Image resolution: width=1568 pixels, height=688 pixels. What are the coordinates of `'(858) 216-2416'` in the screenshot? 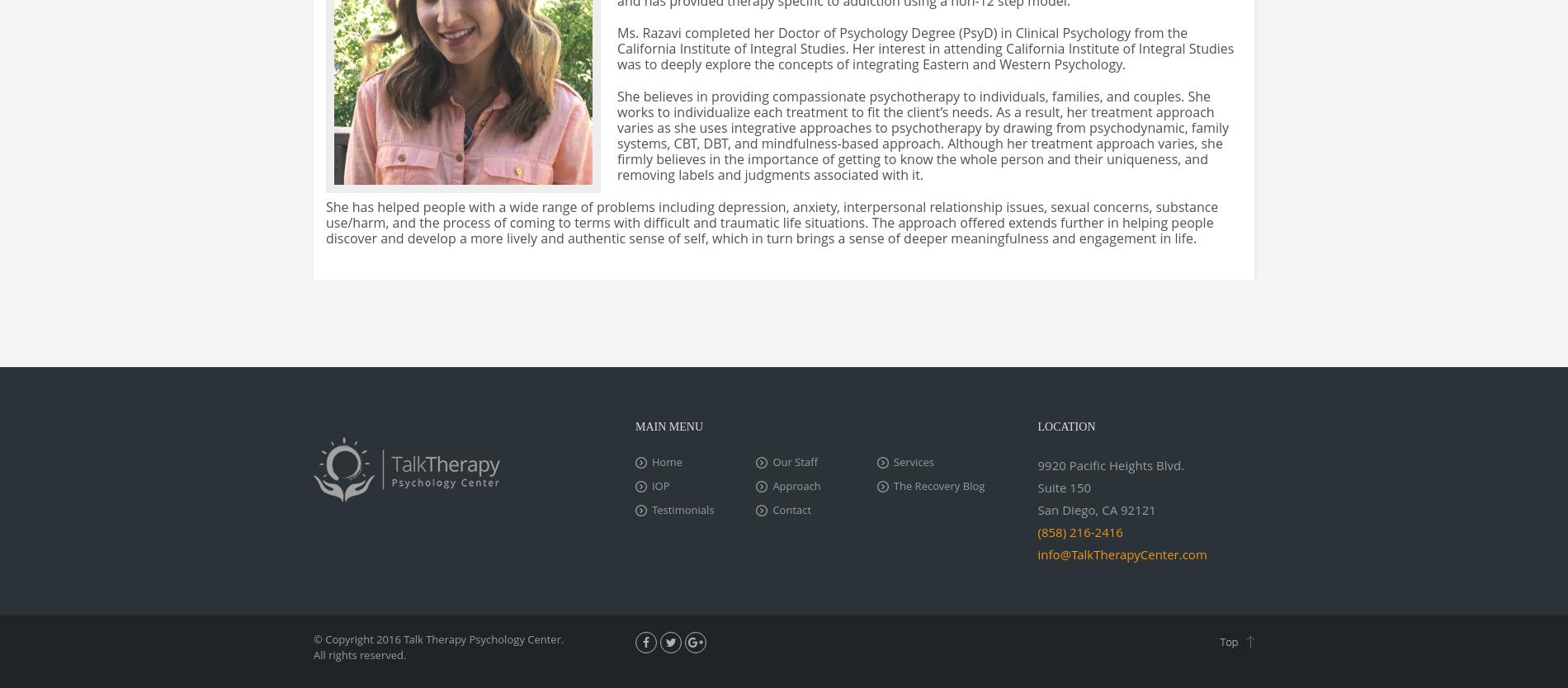 It's located at (1079, 531).